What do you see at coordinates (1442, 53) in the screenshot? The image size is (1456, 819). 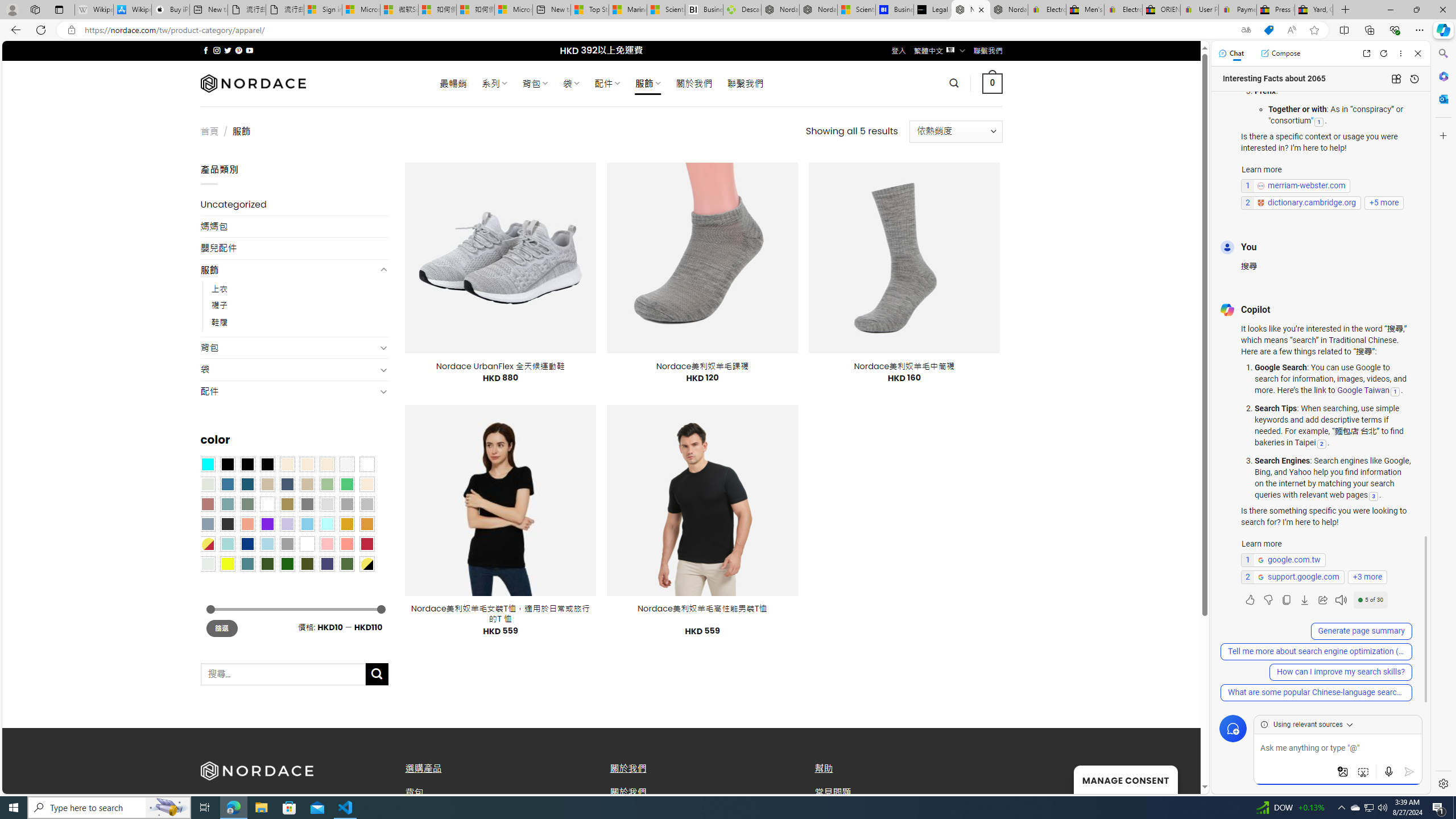 I see `'Minimize Search pane'` at bounding box center [1442, 53].